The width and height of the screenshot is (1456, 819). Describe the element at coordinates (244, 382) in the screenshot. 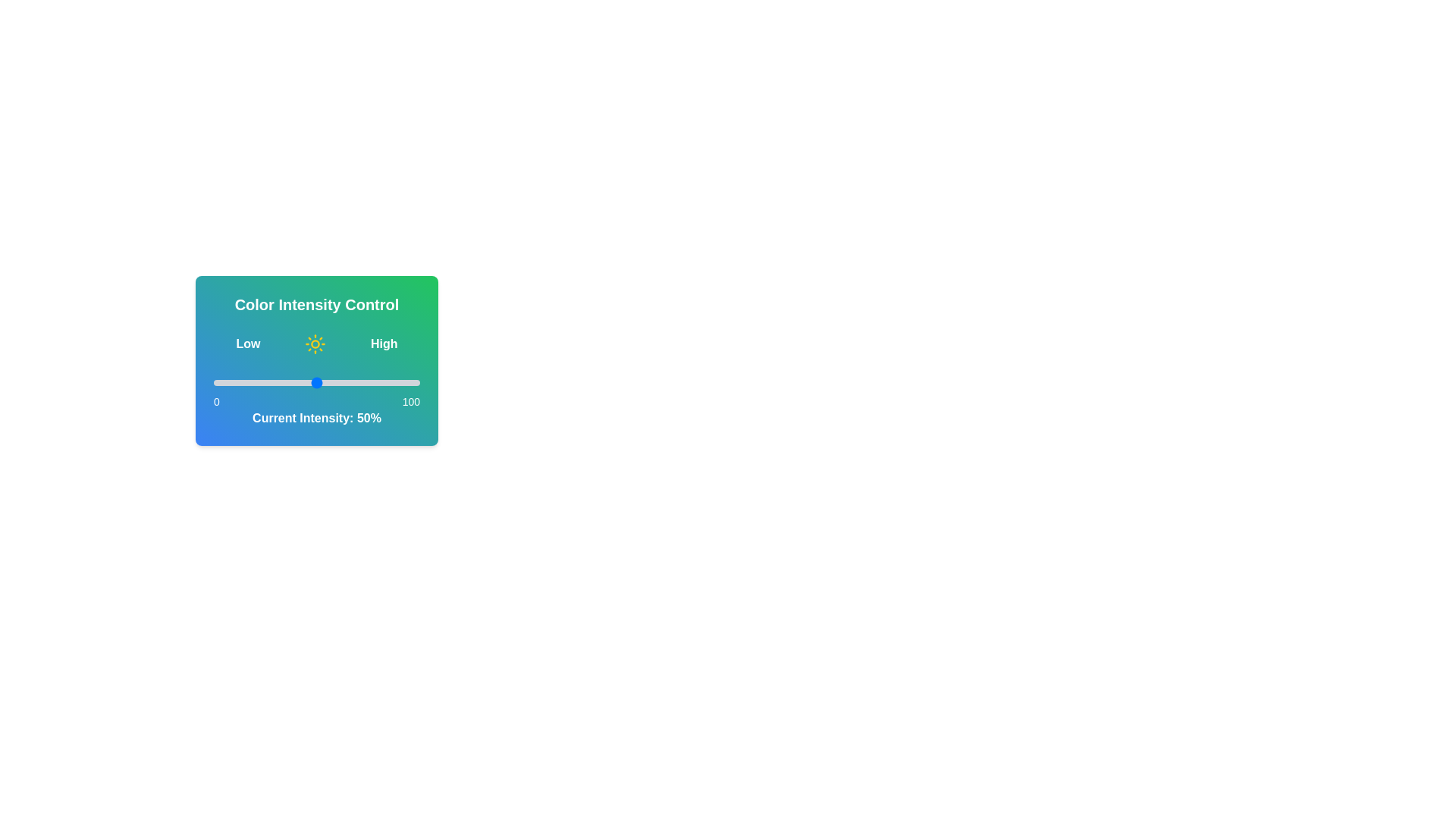

I see `the intensity value` at that location.